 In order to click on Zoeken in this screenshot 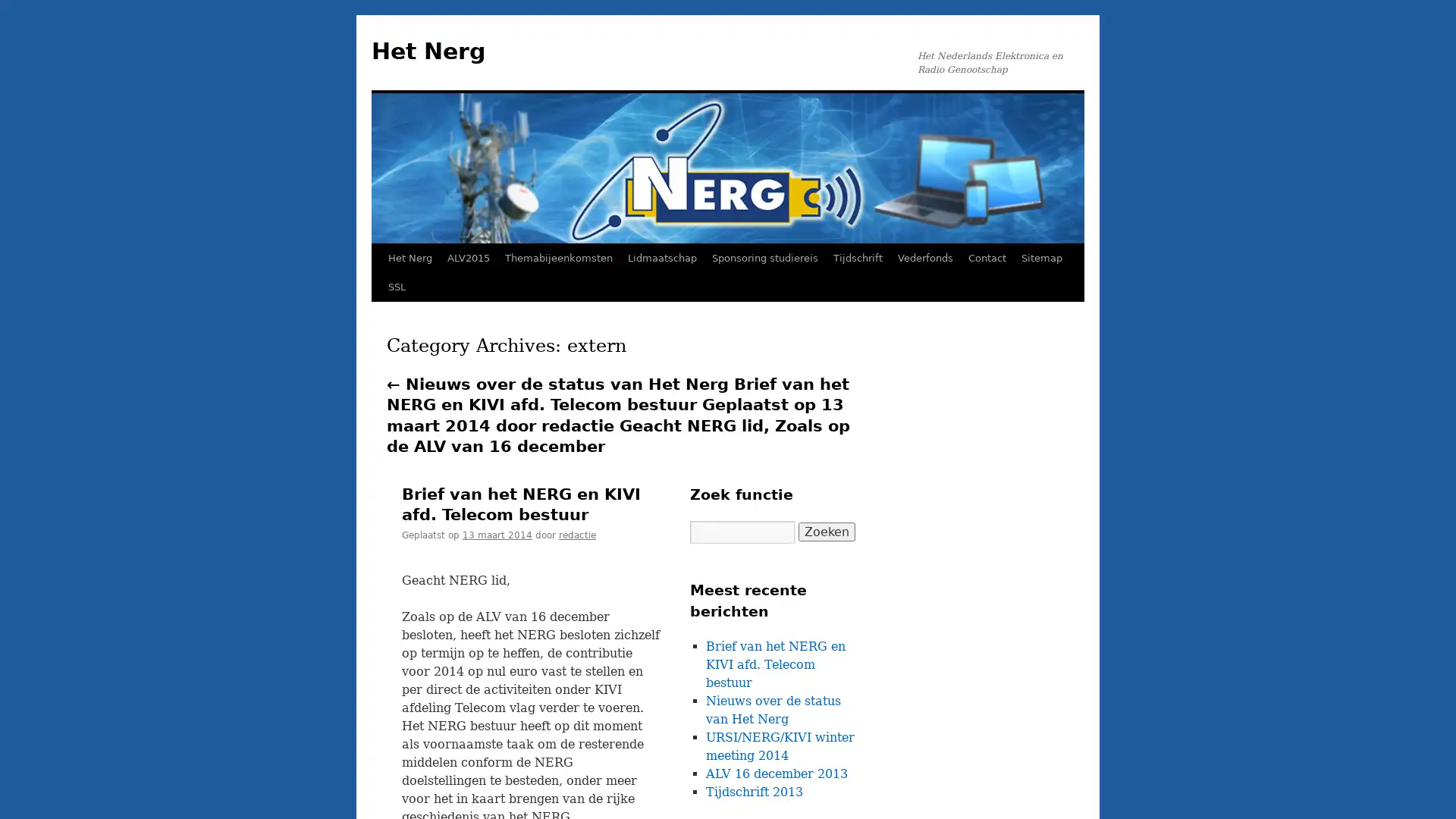, I will do `click(826, 531)`.